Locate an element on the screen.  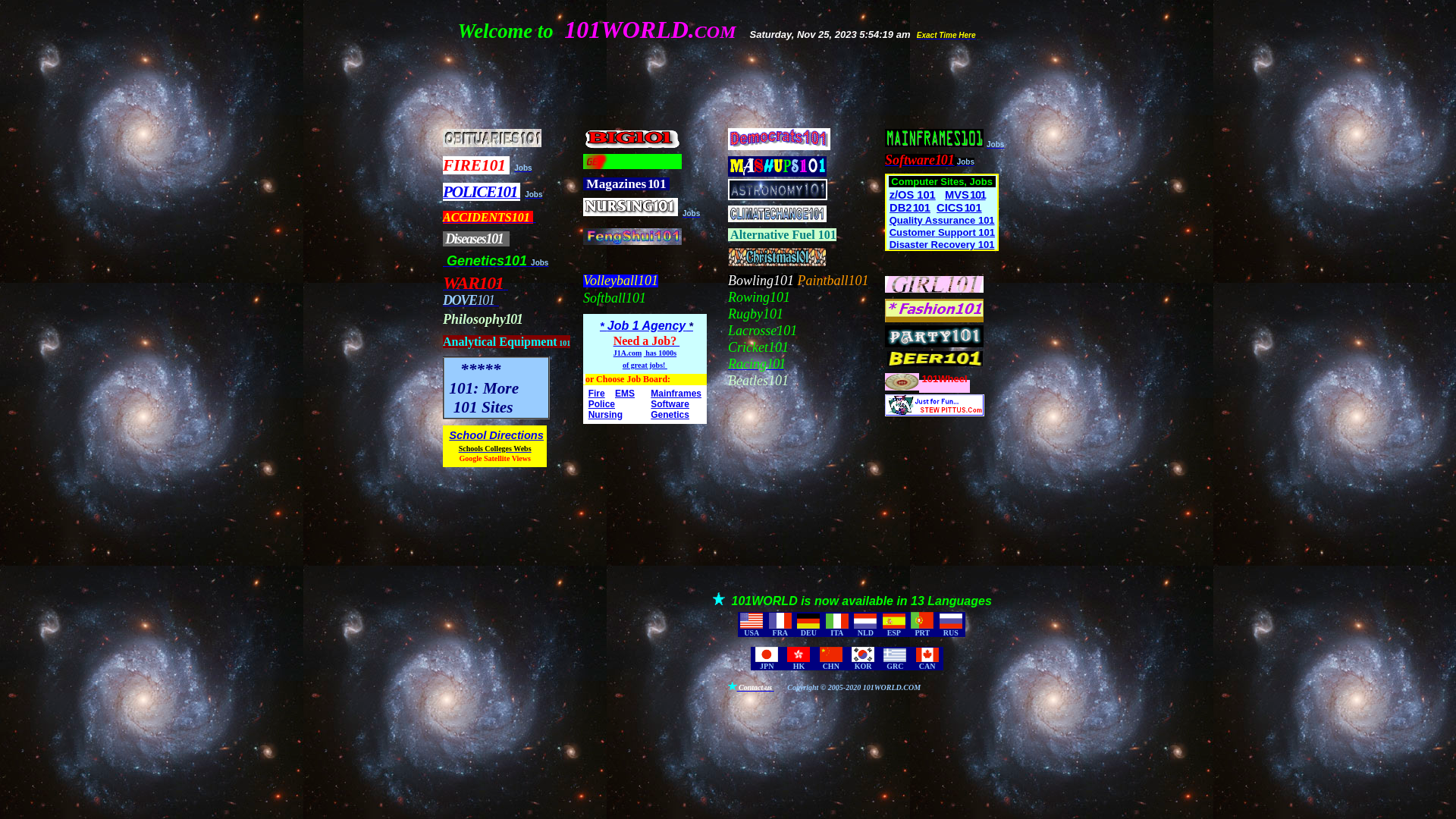
'USA' is located at coordinates (751, 632).